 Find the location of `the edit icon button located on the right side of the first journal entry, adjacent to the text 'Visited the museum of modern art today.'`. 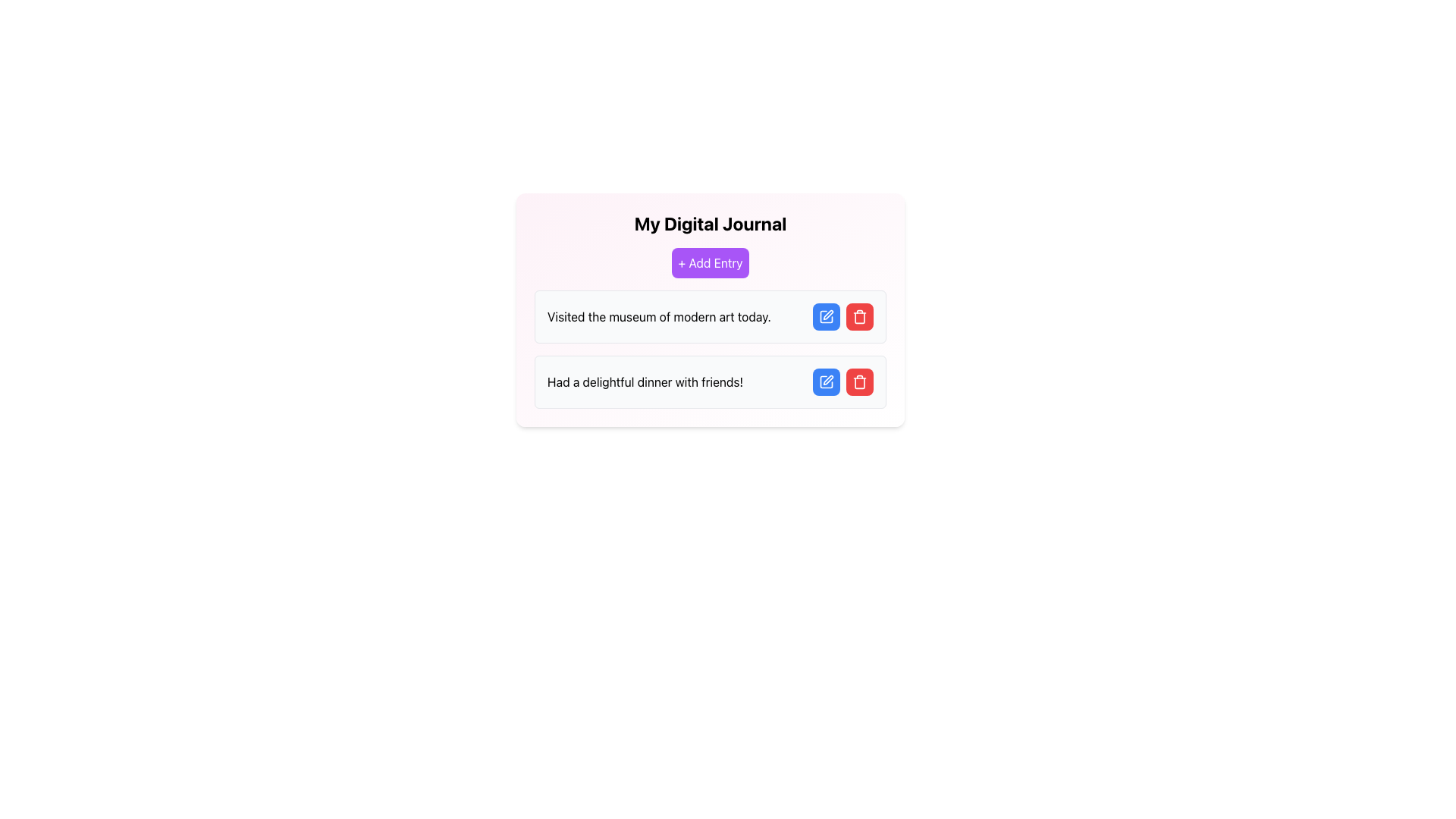

the edit icon button located on the right side of the first journal entry, adjacent to the text 'Visited the museum of modern art today.' is located at coordinates (825, 315).